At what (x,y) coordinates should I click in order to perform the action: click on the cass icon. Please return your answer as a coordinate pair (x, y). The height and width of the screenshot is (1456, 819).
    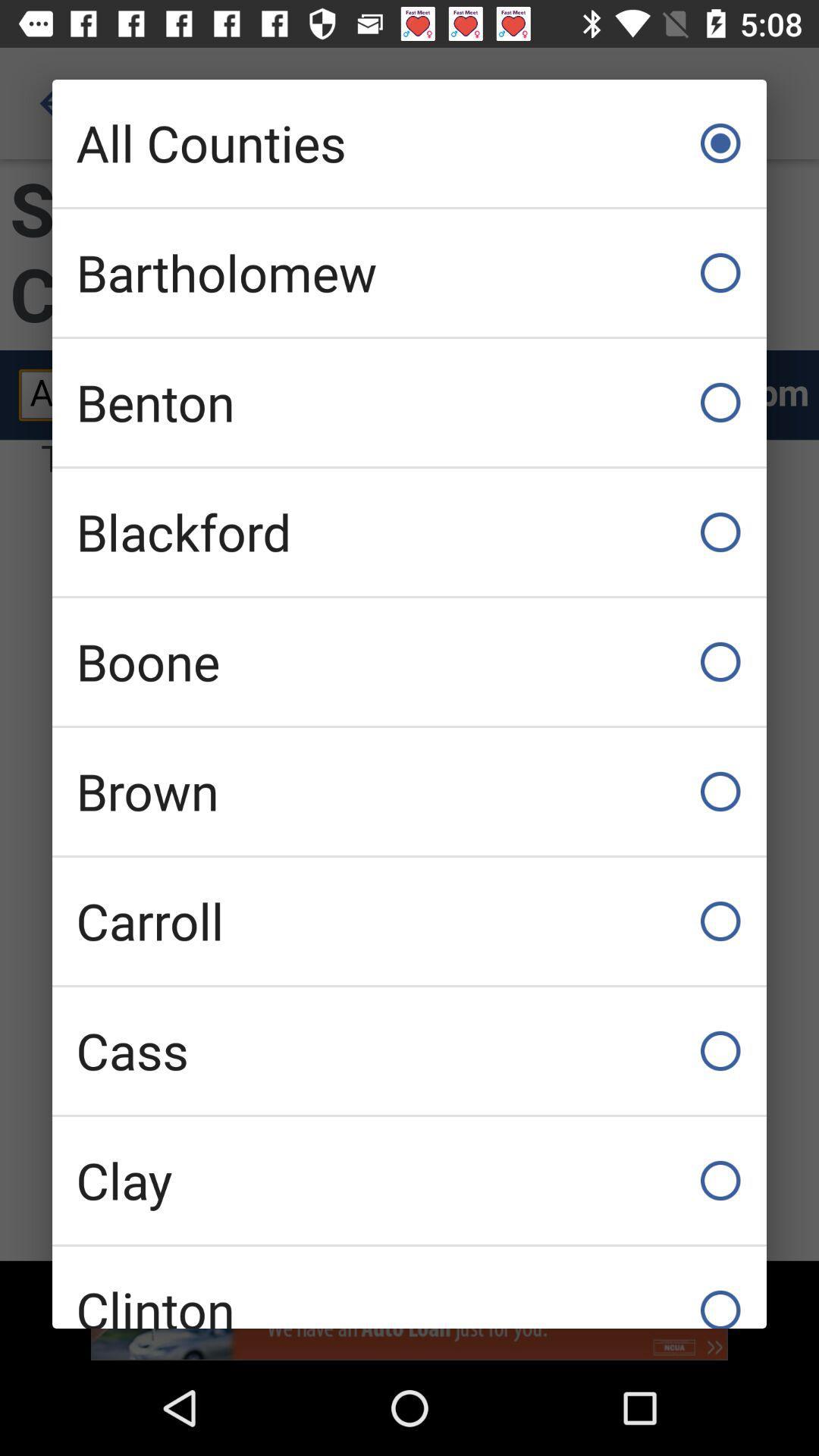
    Looking at the image, I should click on (409, 1050).